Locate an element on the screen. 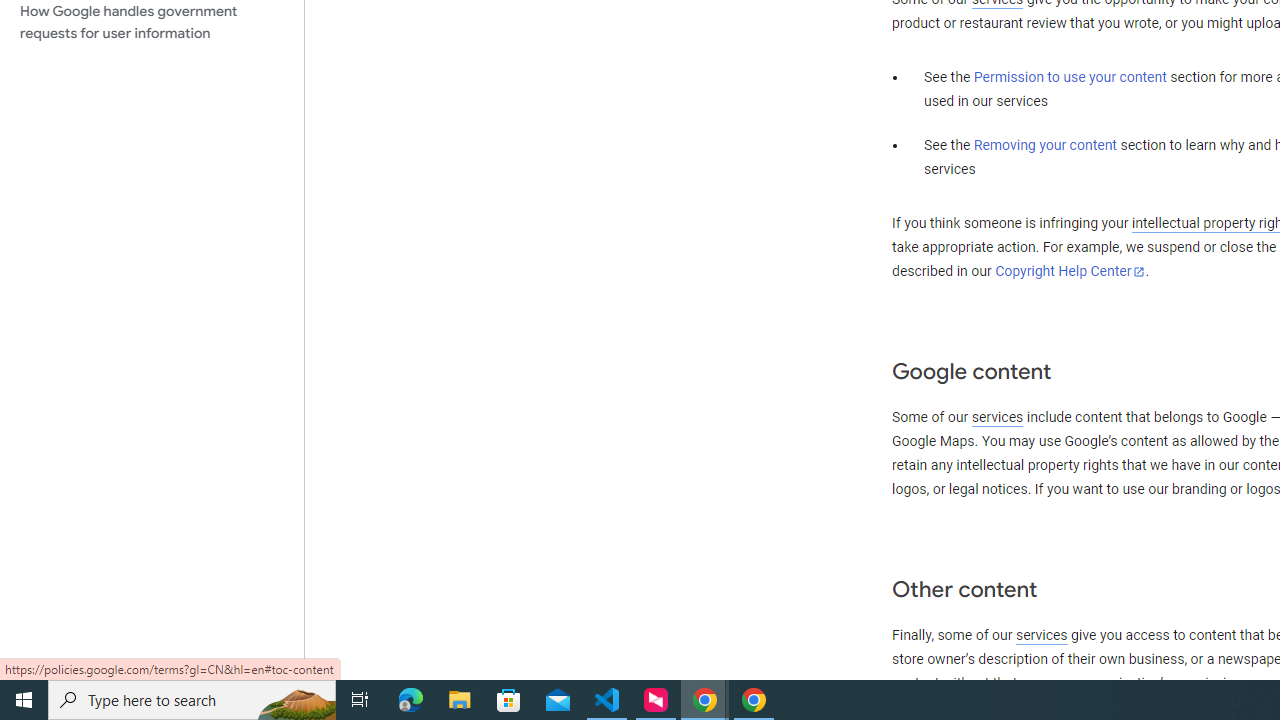  'Permission to use your content' is located at coordinates (1069, 77).